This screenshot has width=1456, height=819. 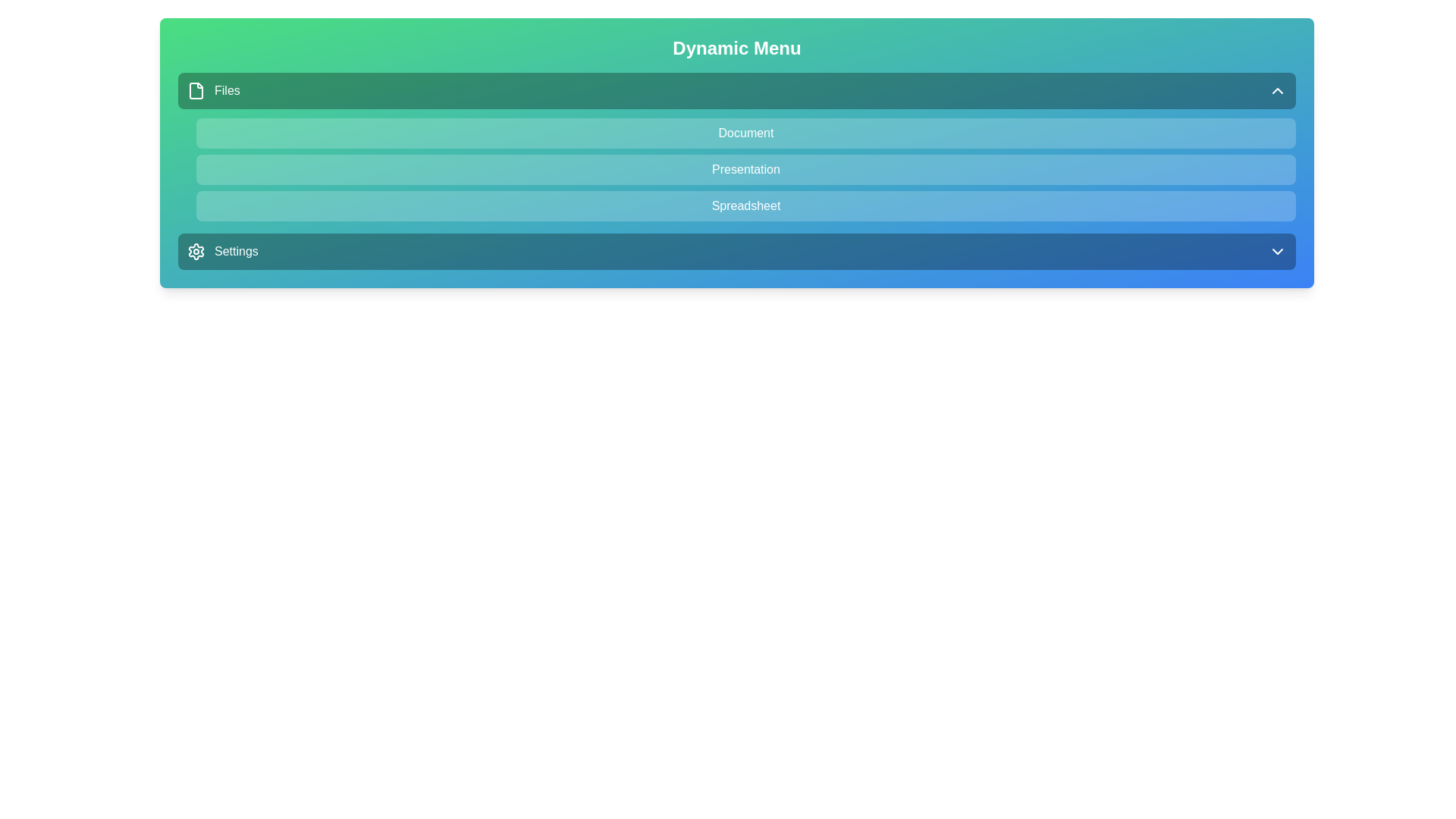 What do you see at coordinates (1276, 90) in the screenshot?
I see `the upward-facing chevron icon with a white stroke at the far right of the 'Files' section` at bounding box center [1276, 90].